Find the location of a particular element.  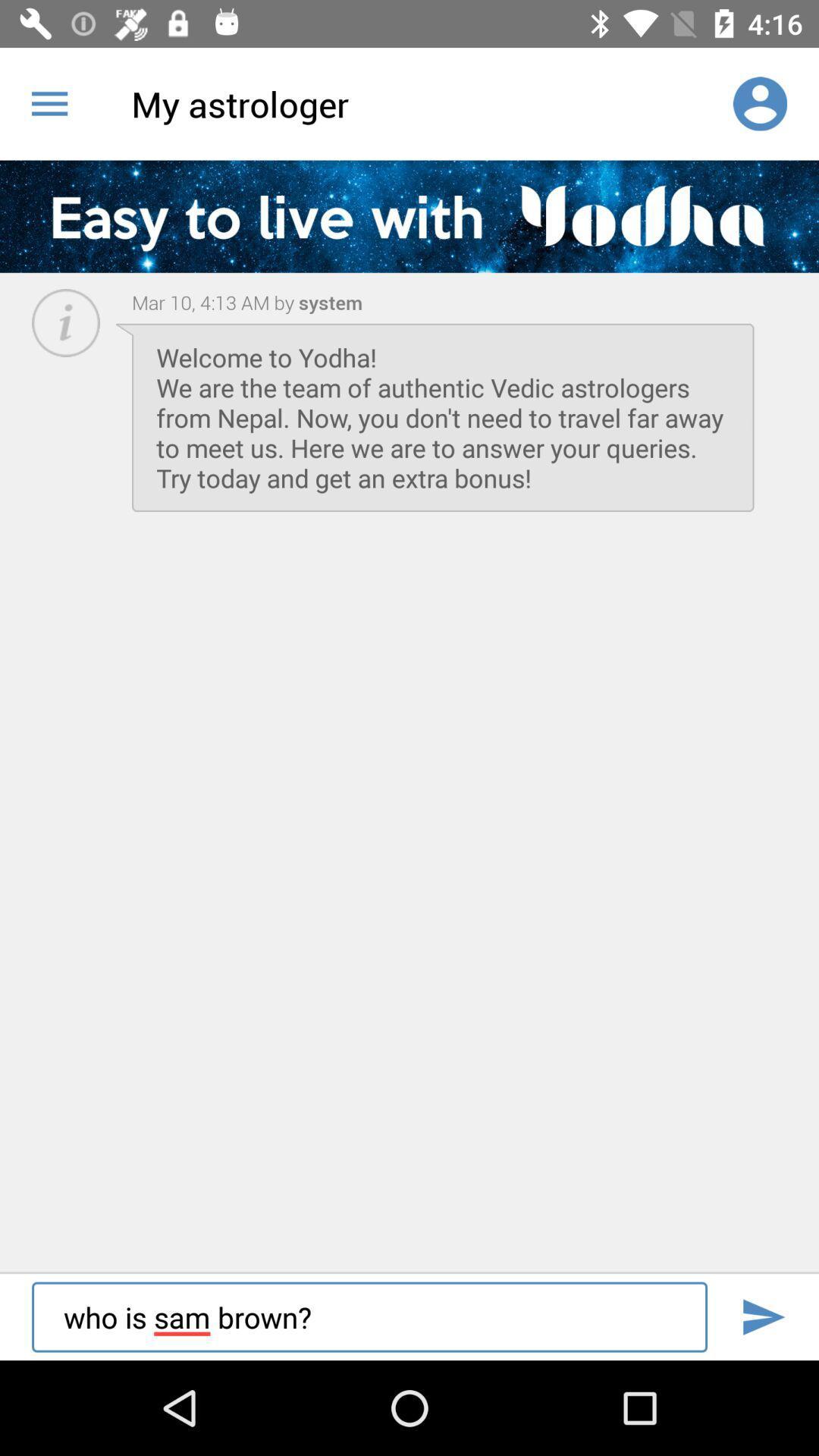

who is sam item is located at coordinates (369, 1316).